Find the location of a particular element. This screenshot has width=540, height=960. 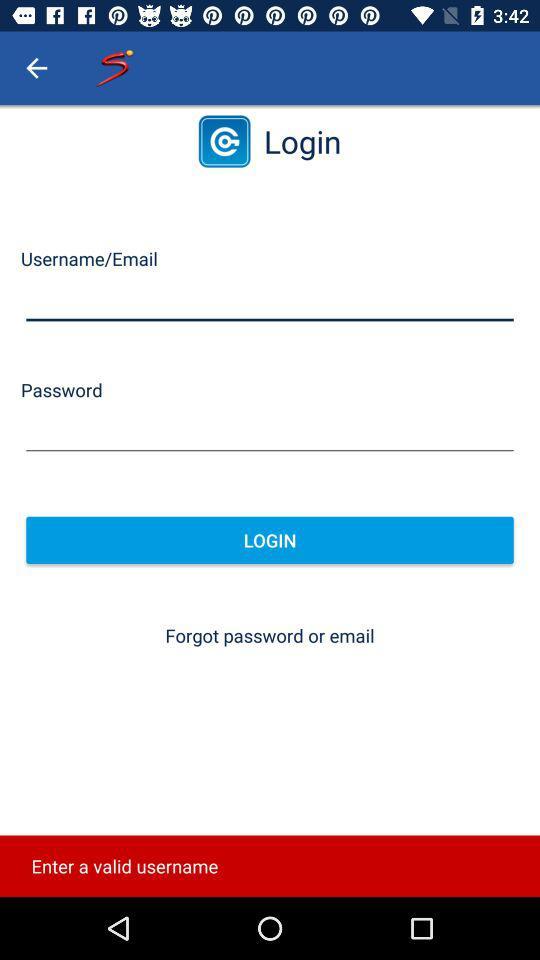

item below login item is located at coordinates (270, 634).